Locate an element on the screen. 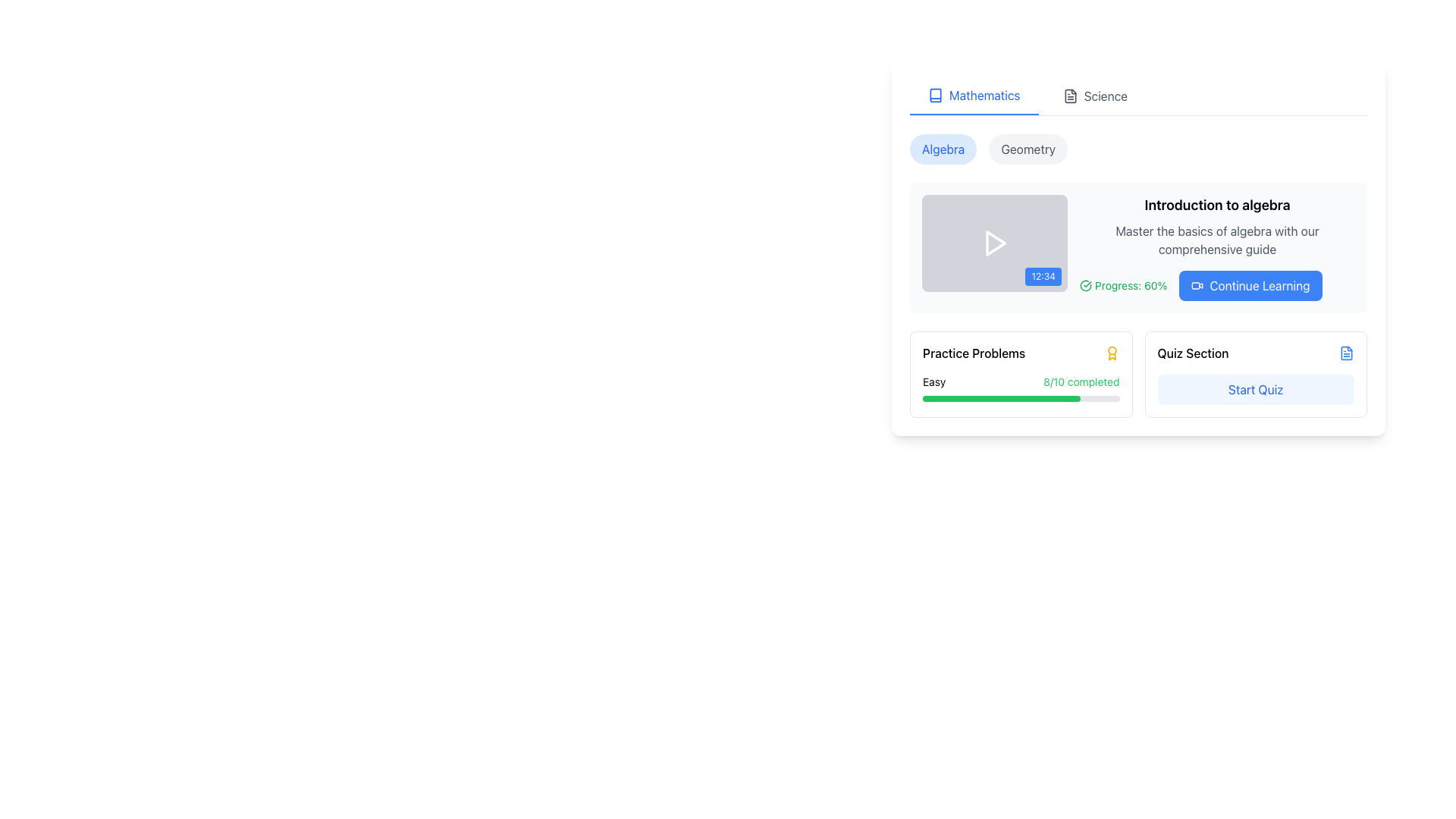 This screenshot has width=1456, height=819. progress percentage displayed in the informational label with an icon, located to the left of the 'Continue Learning' button is located at coordinates (1123, 286).